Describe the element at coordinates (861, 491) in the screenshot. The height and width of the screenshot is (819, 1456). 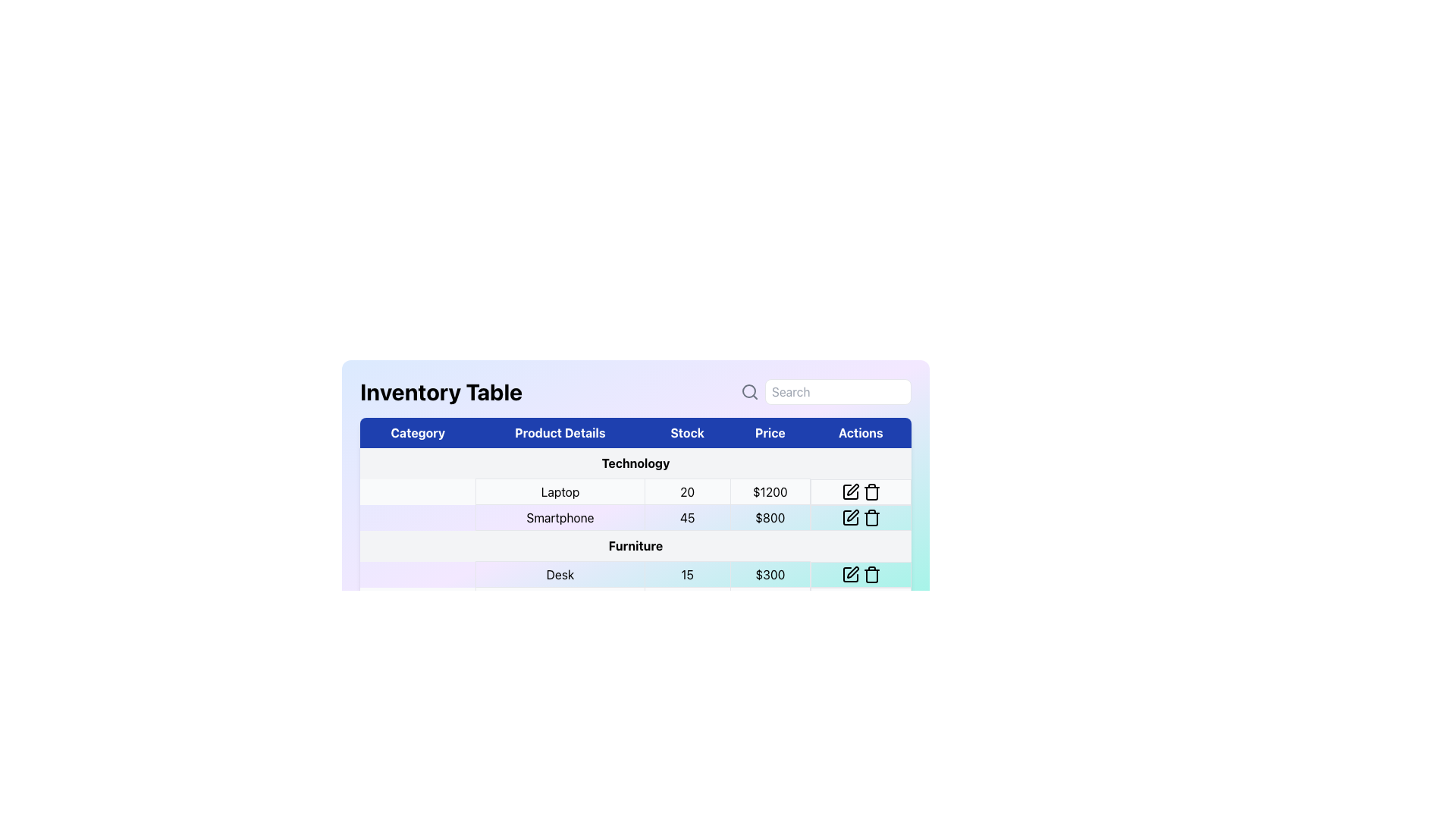
I see `the pencil icon in the Actions column` at that location.